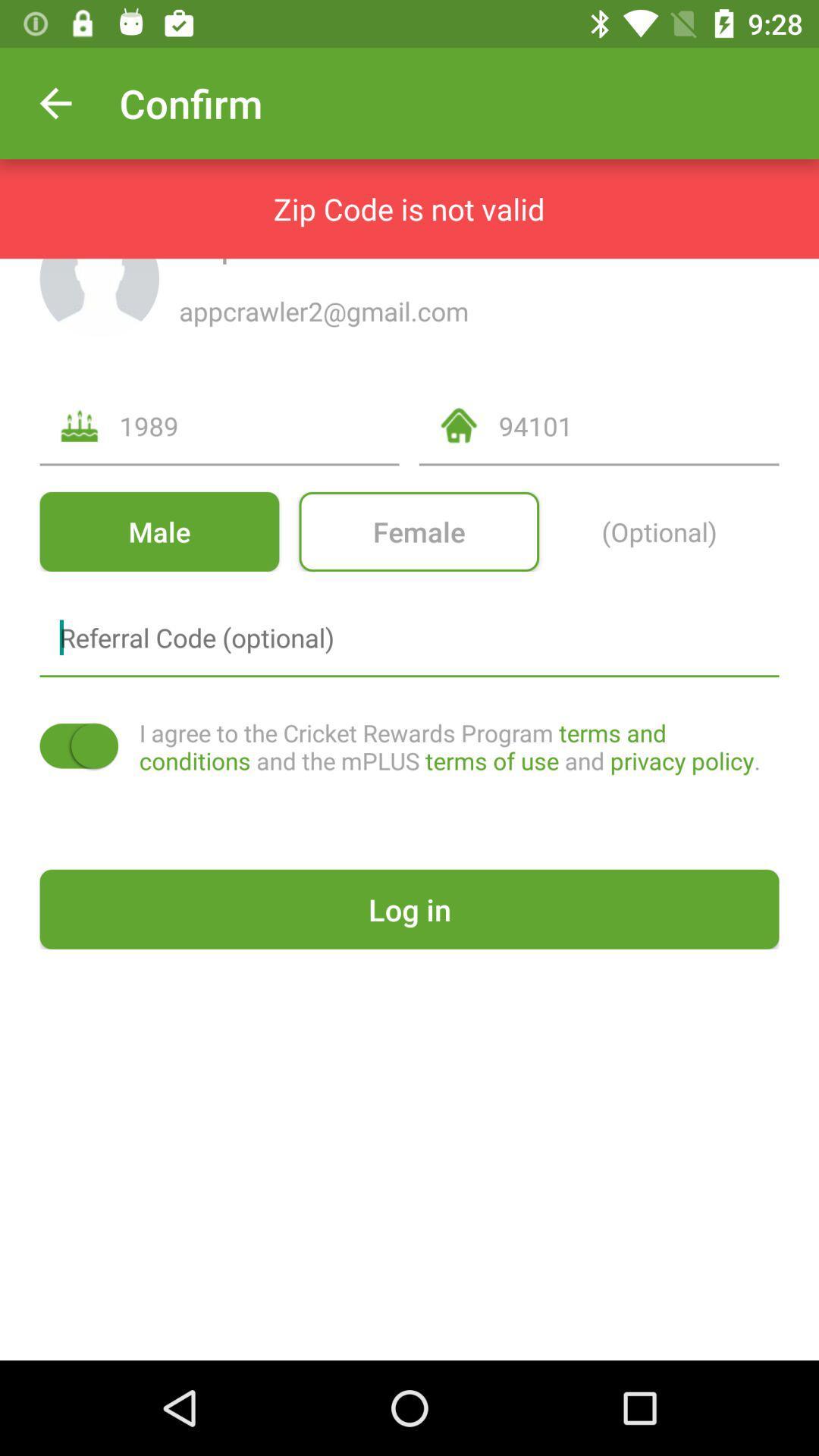  What do you see at coordinates (159, 532) in the screenshot?
I see `the item next to female` at bounding box center [159, 532].